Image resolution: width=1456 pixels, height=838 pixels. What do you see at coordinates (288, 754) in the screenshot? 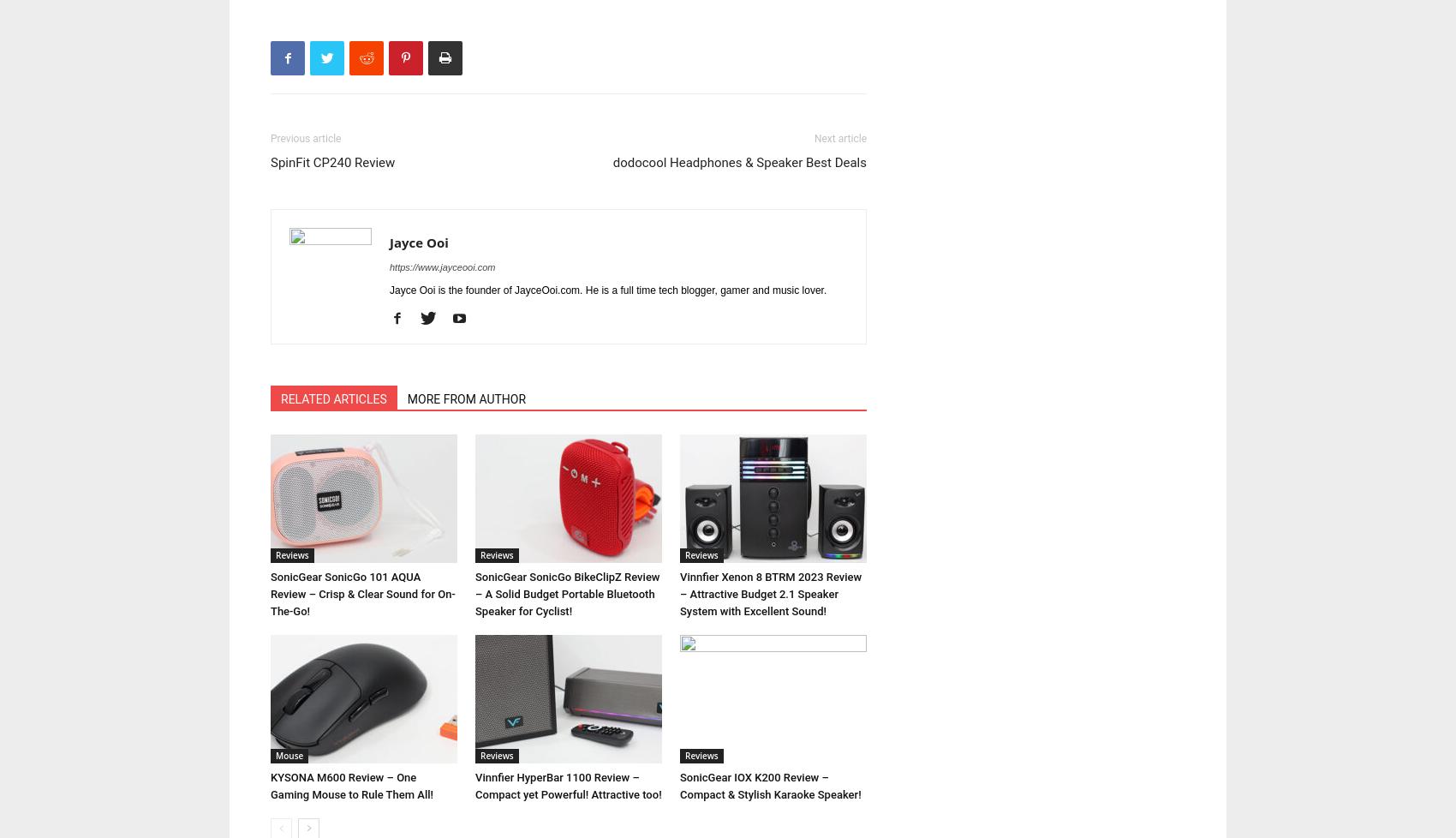
I see `'Mouse'` at bounding box center [288, 754].